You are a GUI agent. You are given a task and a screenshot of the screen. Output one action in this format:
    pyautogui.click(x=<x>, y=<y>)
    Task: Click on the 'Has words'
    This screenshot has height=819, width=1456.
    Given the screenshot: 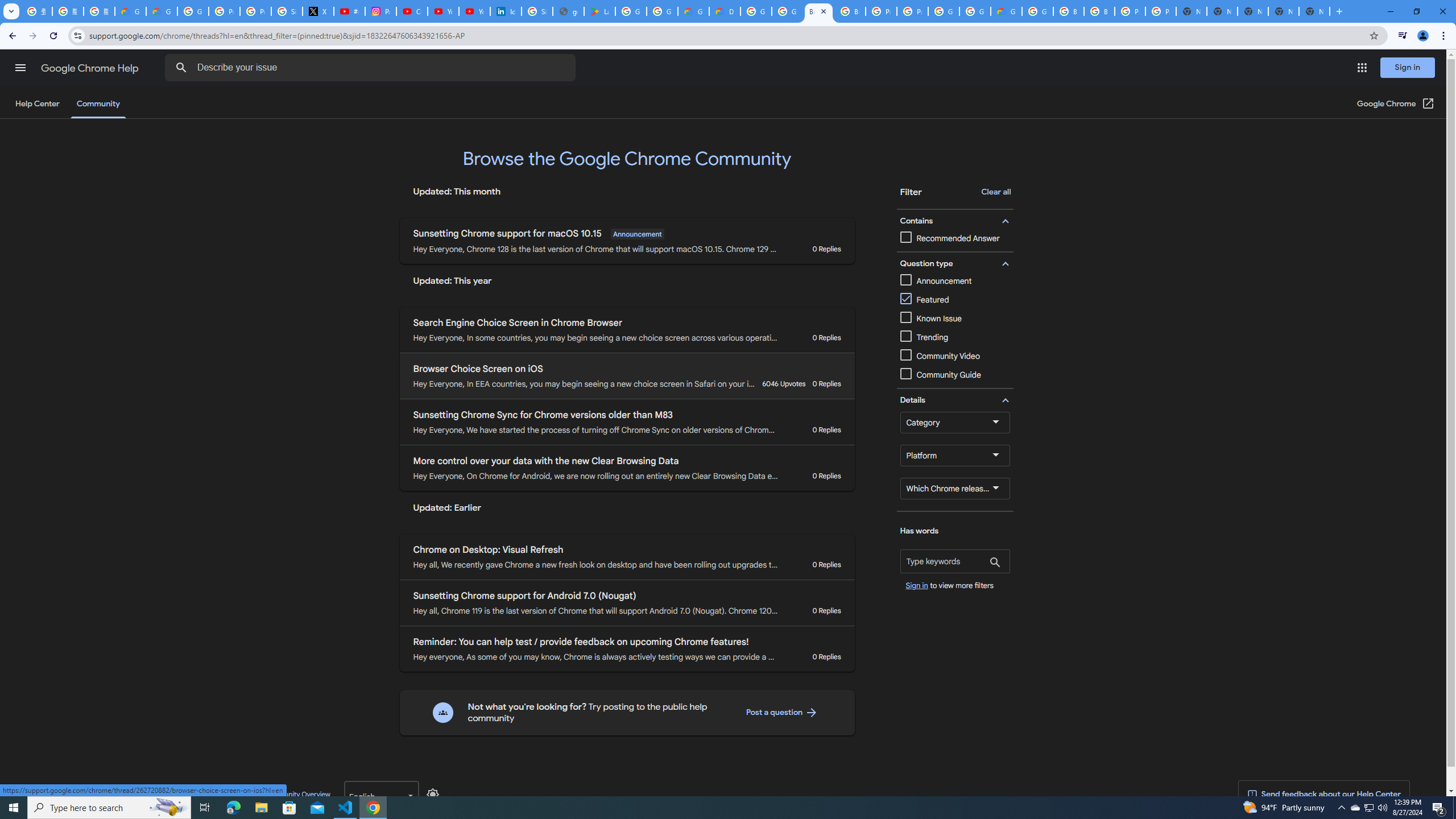 What is the action you would take?
    pyautogui.click(x=955, y=561)
    